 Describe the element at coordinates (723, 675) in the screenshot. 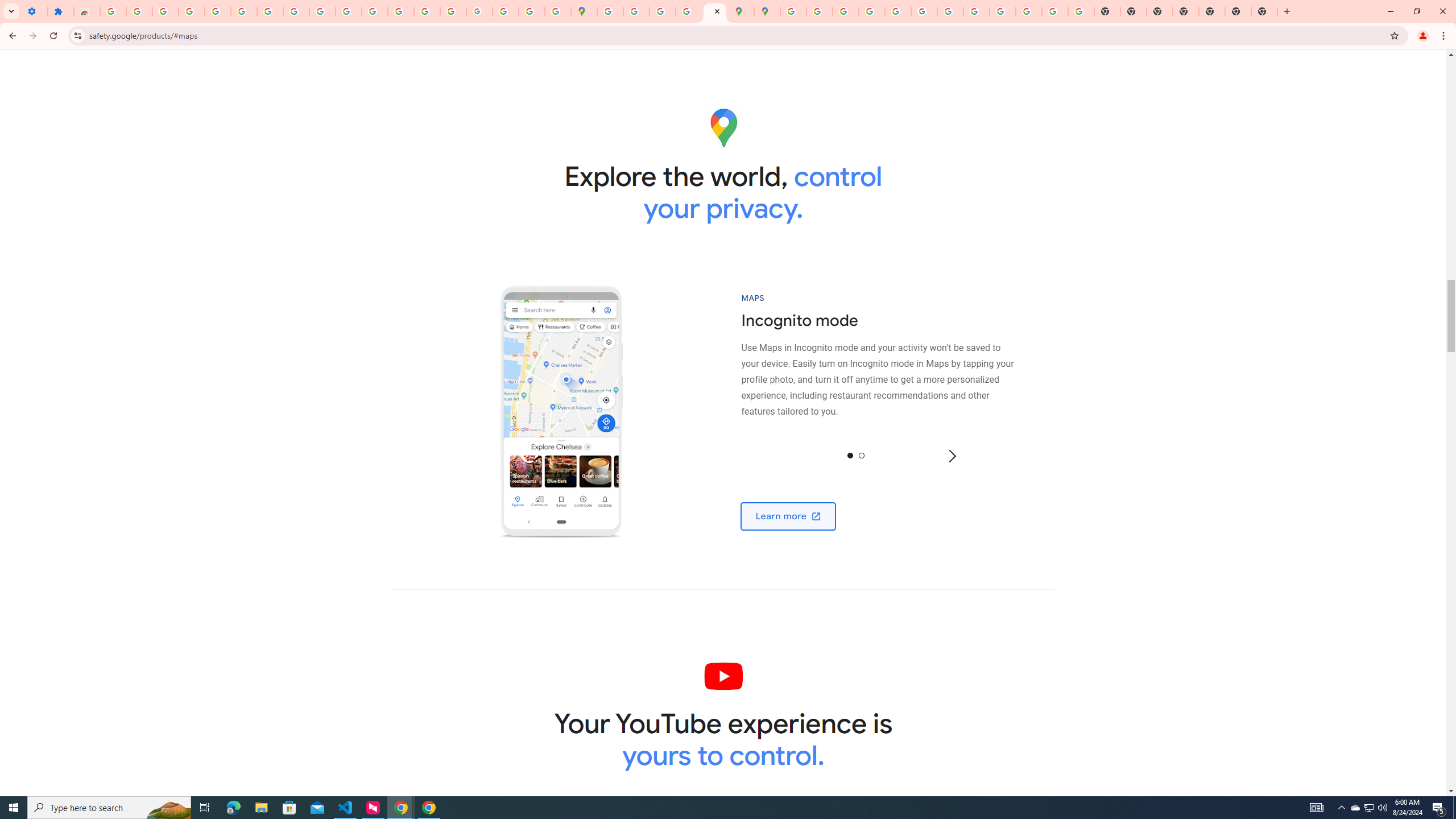

I see `'The YouTube logo'` at that location.